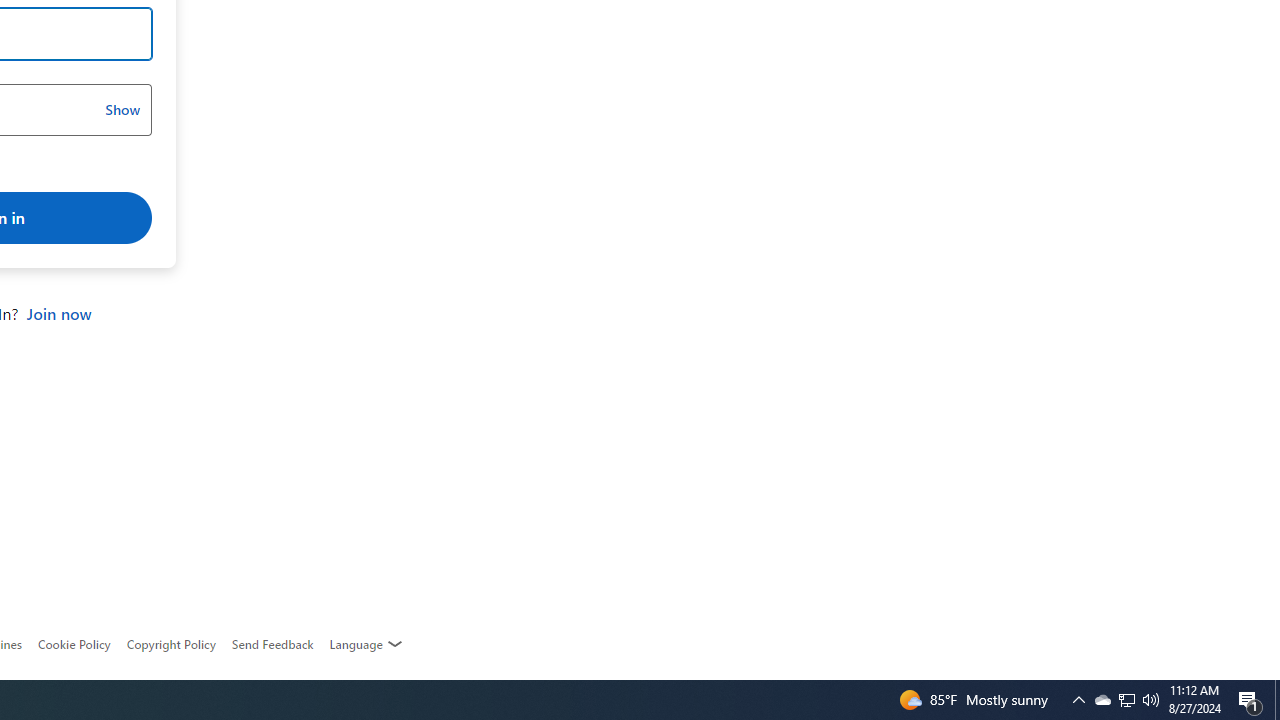 This screenshot has width=1280, height=720. I want to click on 'Send Feedback', so click(271, 644).